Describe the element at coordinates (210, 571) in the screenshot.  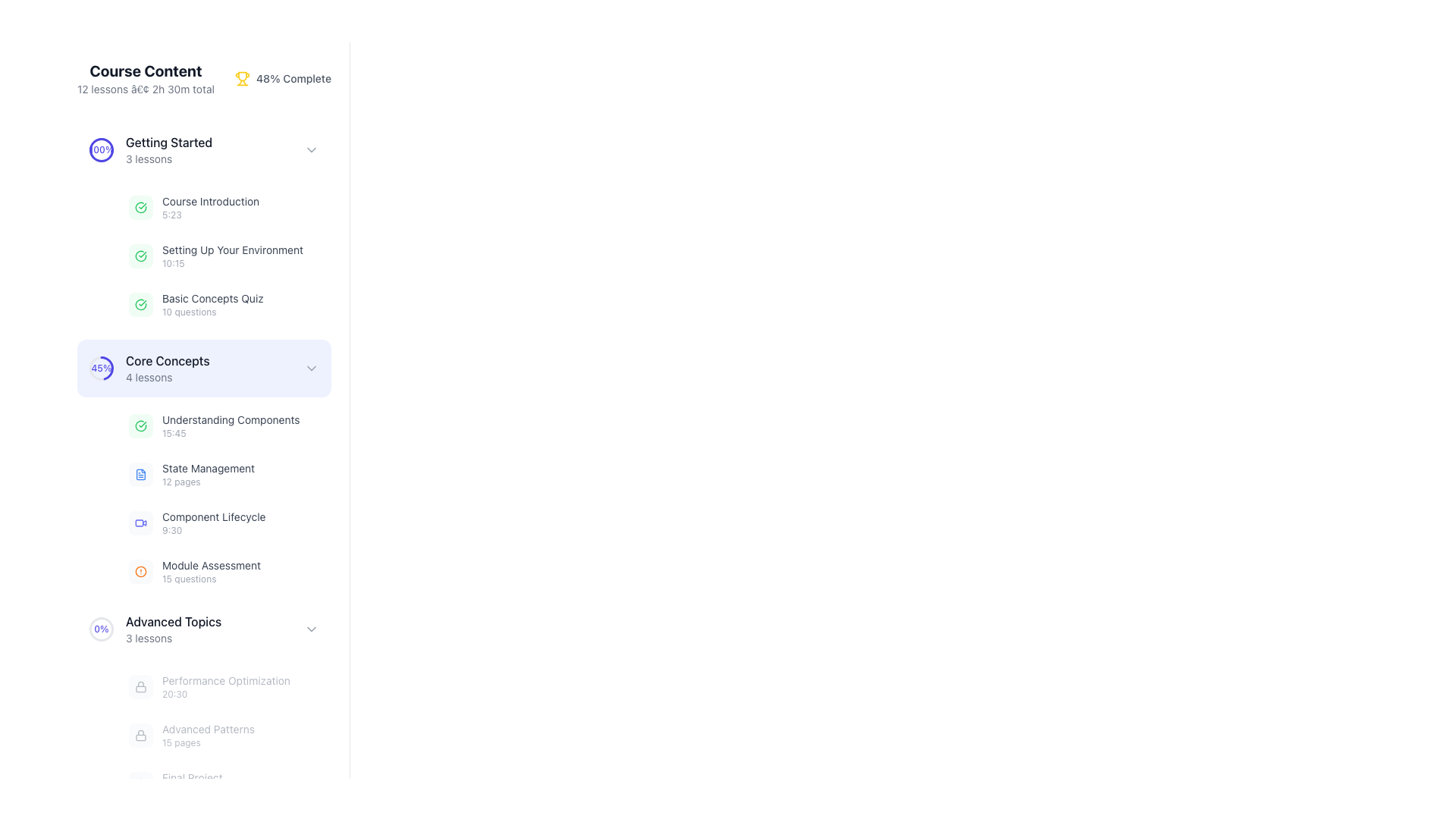
I see `the informative text block labeled 'Module Assessment'` at that location.